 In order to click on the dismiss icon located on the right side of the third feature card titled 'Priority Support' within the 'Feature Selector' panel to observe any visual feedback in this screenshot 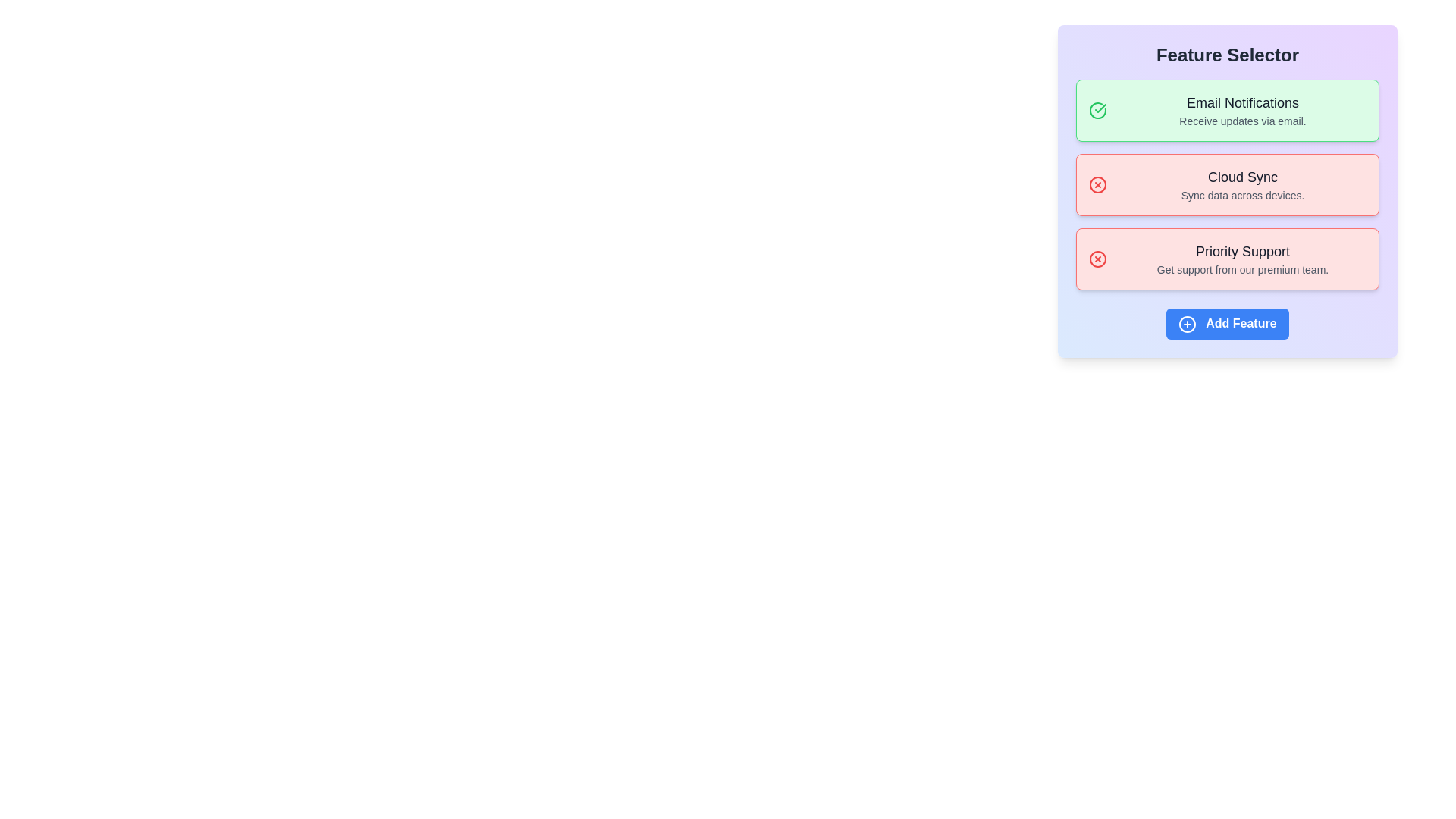, I will do `click(1098, 259)`.